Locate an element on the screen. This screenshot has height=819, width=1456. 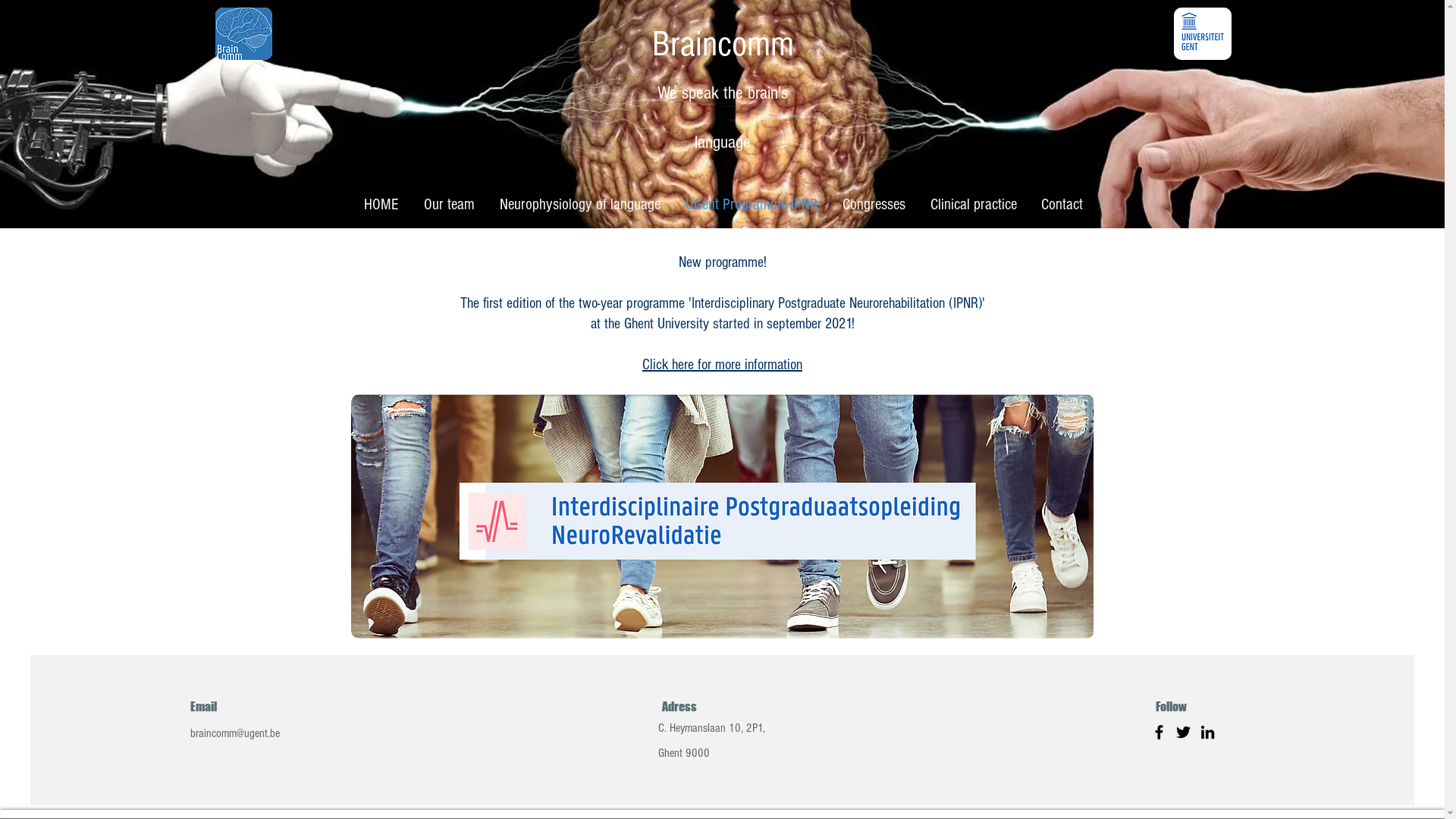
'Our team' is located at coordinates (447, 205).